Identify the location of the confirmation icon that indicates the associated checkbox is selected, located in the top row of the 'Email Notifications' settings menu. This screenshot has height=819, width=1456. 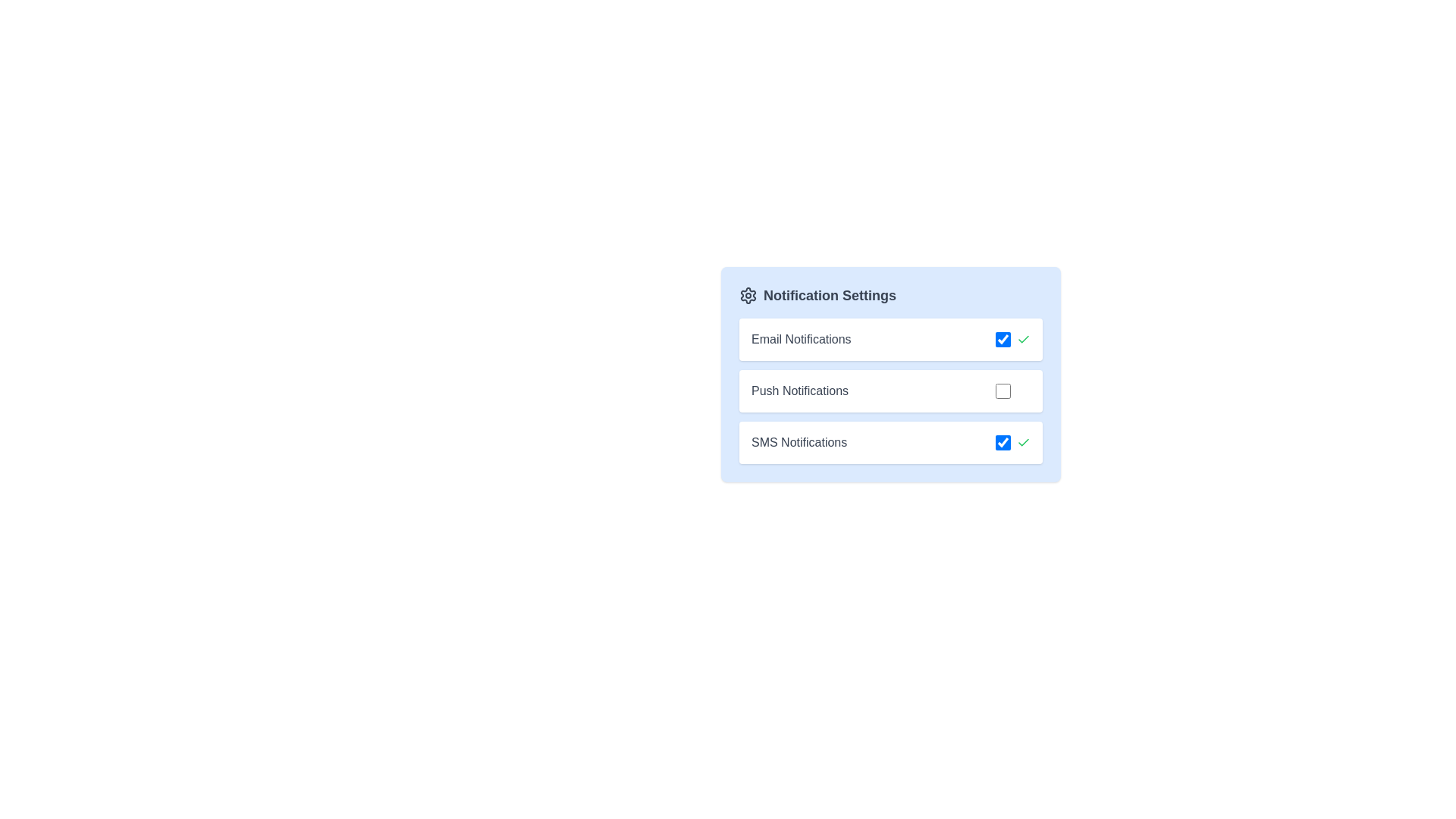
(1023, 338).